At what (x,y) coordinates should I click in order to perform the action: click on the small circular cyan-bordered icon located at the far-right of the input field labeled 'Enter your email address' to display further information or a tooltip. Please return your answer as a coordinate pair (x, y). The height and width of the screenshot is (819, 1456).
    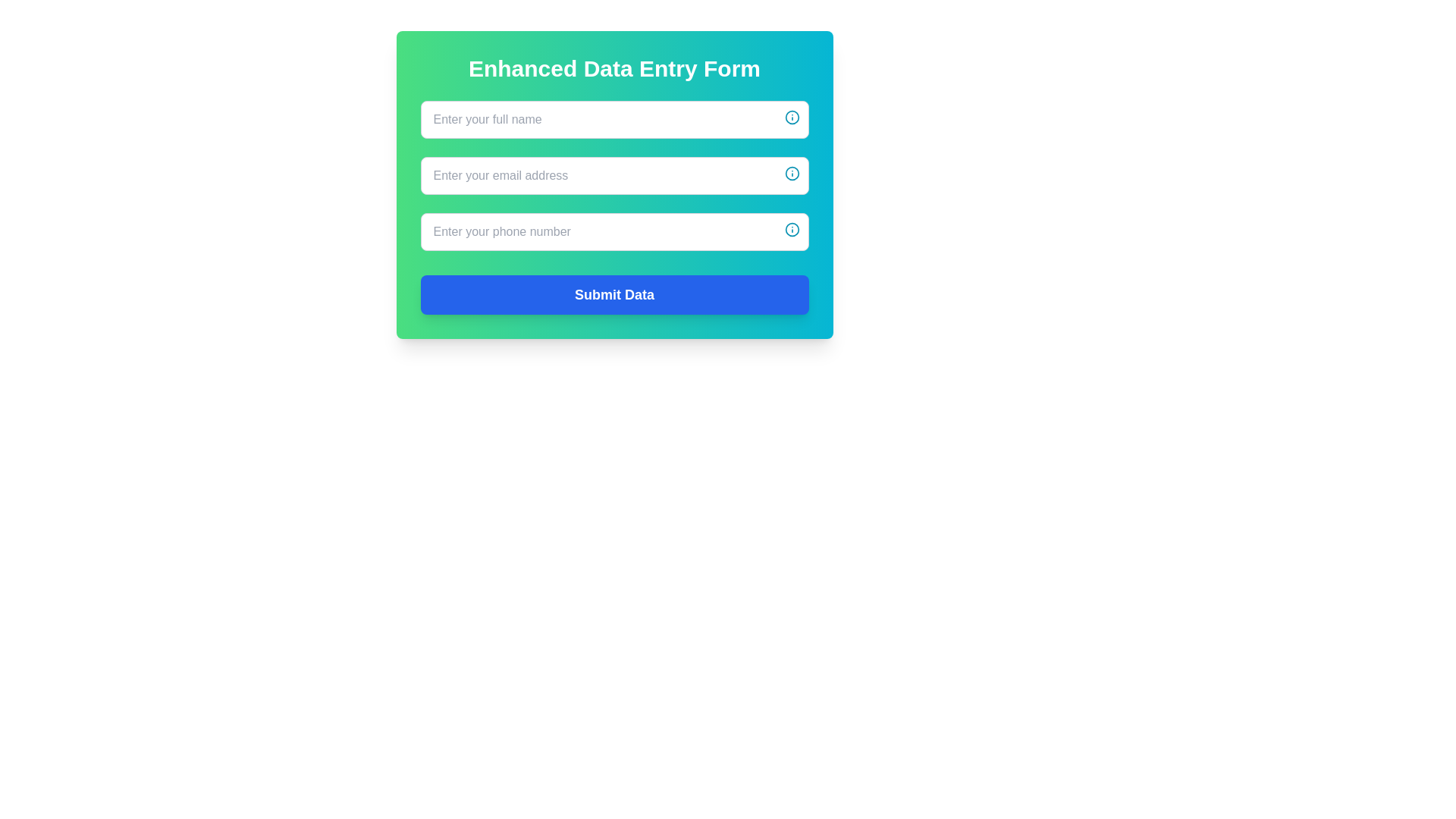
    Looking at the image, I should click on (791, 172).